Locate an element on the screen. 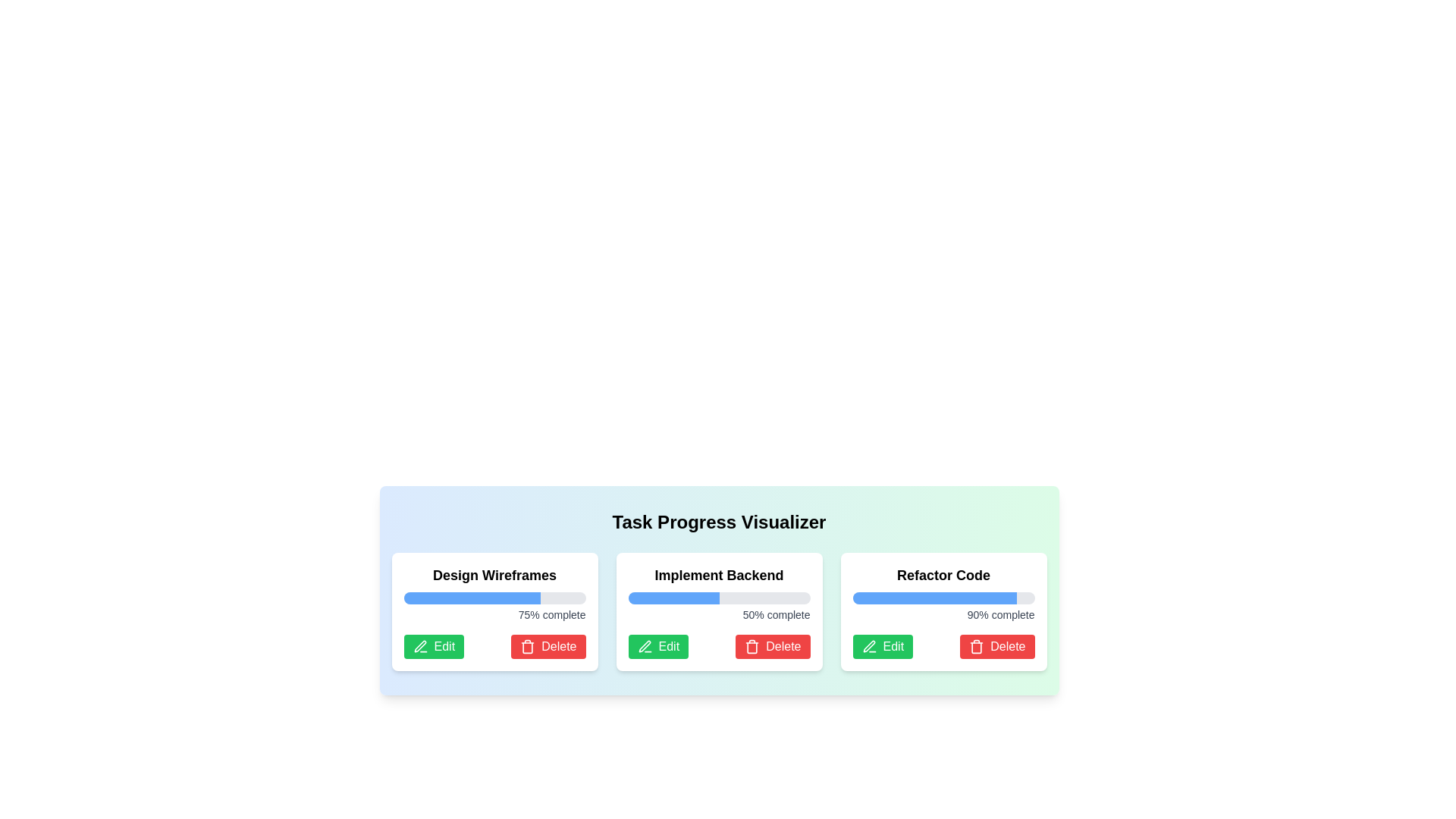 The height and width of the screenshot is (819, 1456). the pen icon located in the green 'Edit' button next to the title 'Implement Backend' to initiate the edit action is located at coordinates (645, 646).